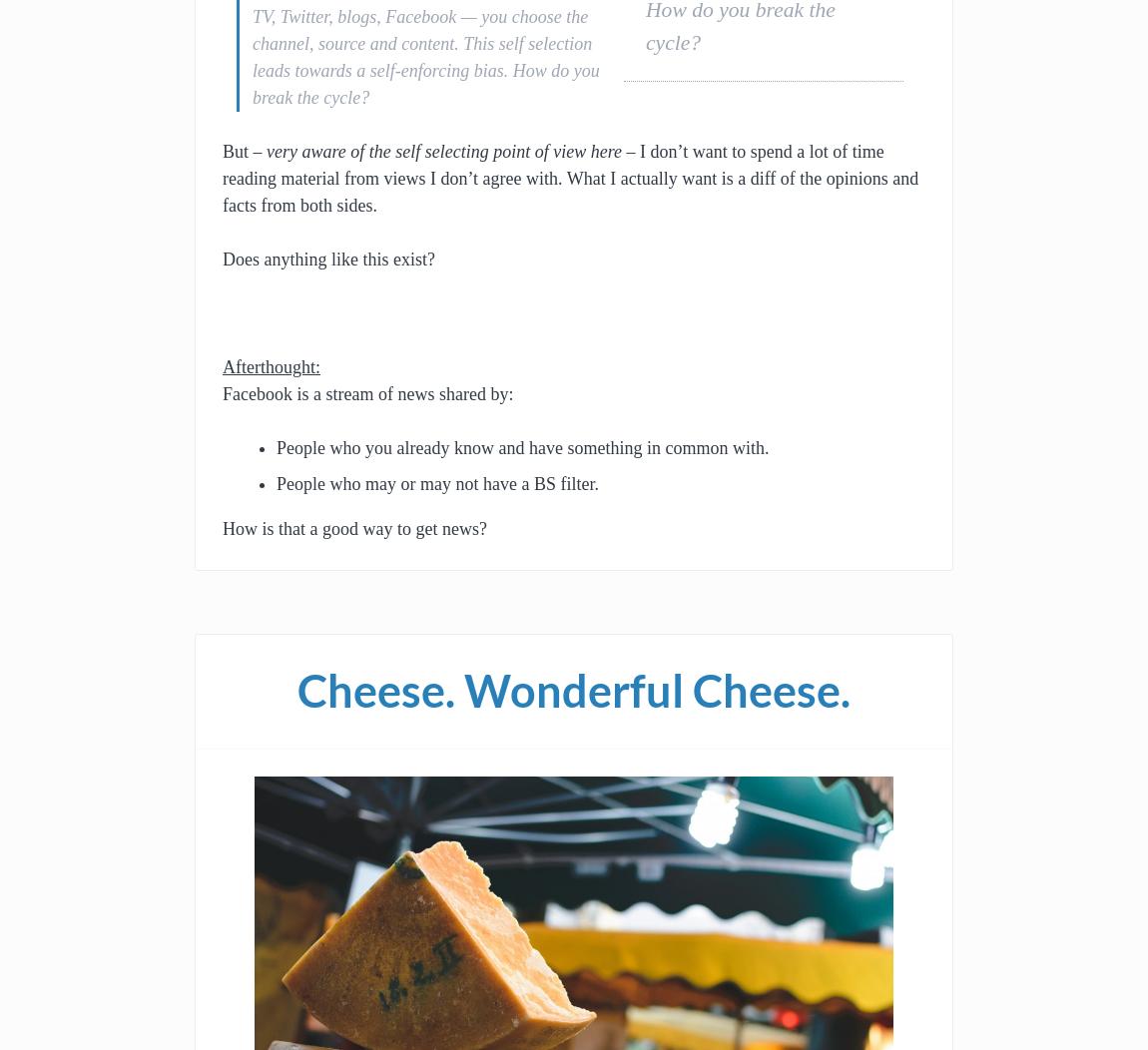 The height and width of the screenshot is (1050, 1148). What do you see at coordinates (354, 528) in the screenshot?
I see `'How is that a good way to get news?'` at bounding box center [354, 528].